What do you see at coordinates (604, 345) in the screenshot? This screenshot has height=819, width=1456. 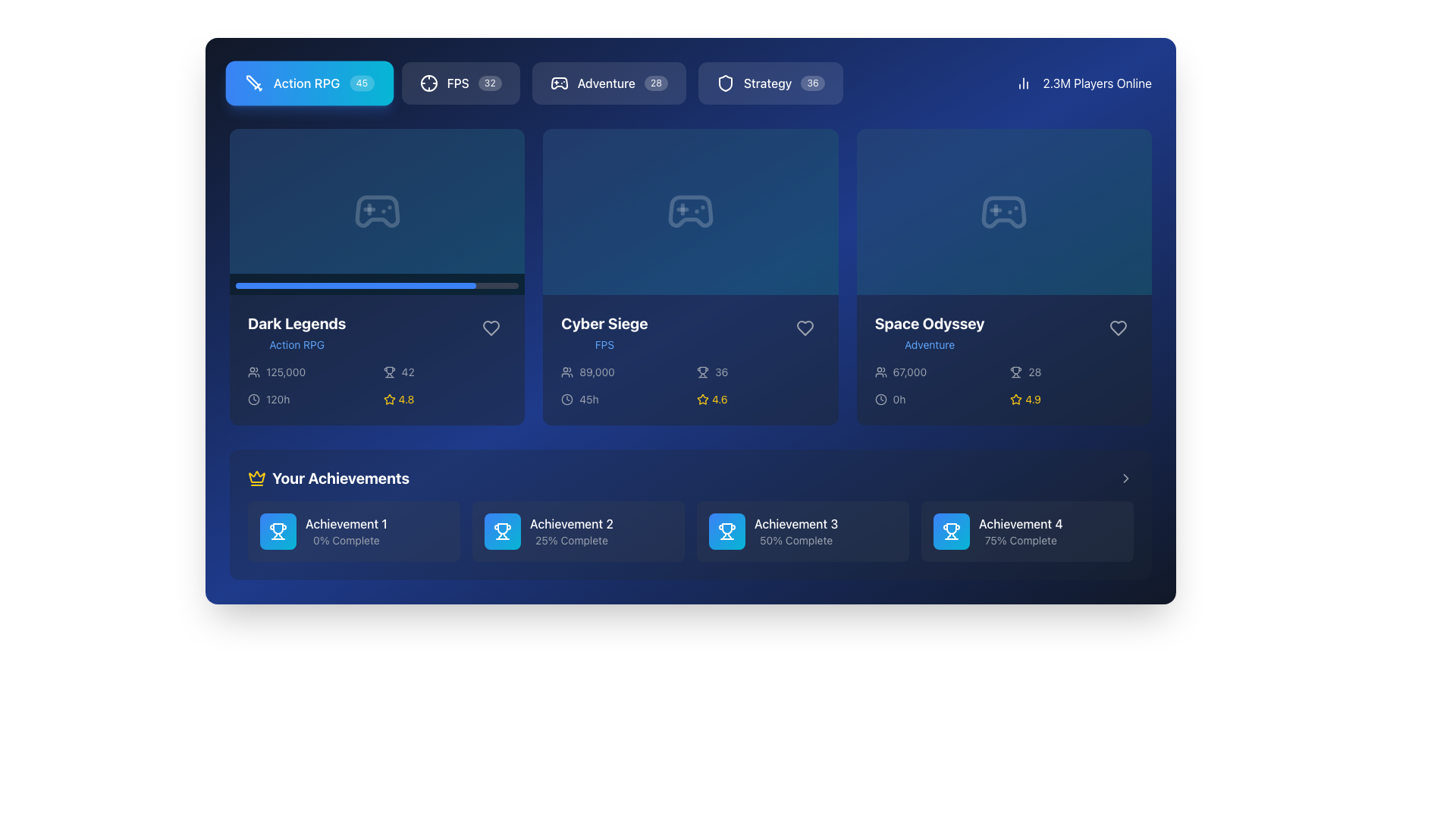 I see `the small text label displaying 'FPS' in light blue color, located below the 'Cyber Siege' text within the central card of three horizontally arranged cards` at bounding box center [604, 345].